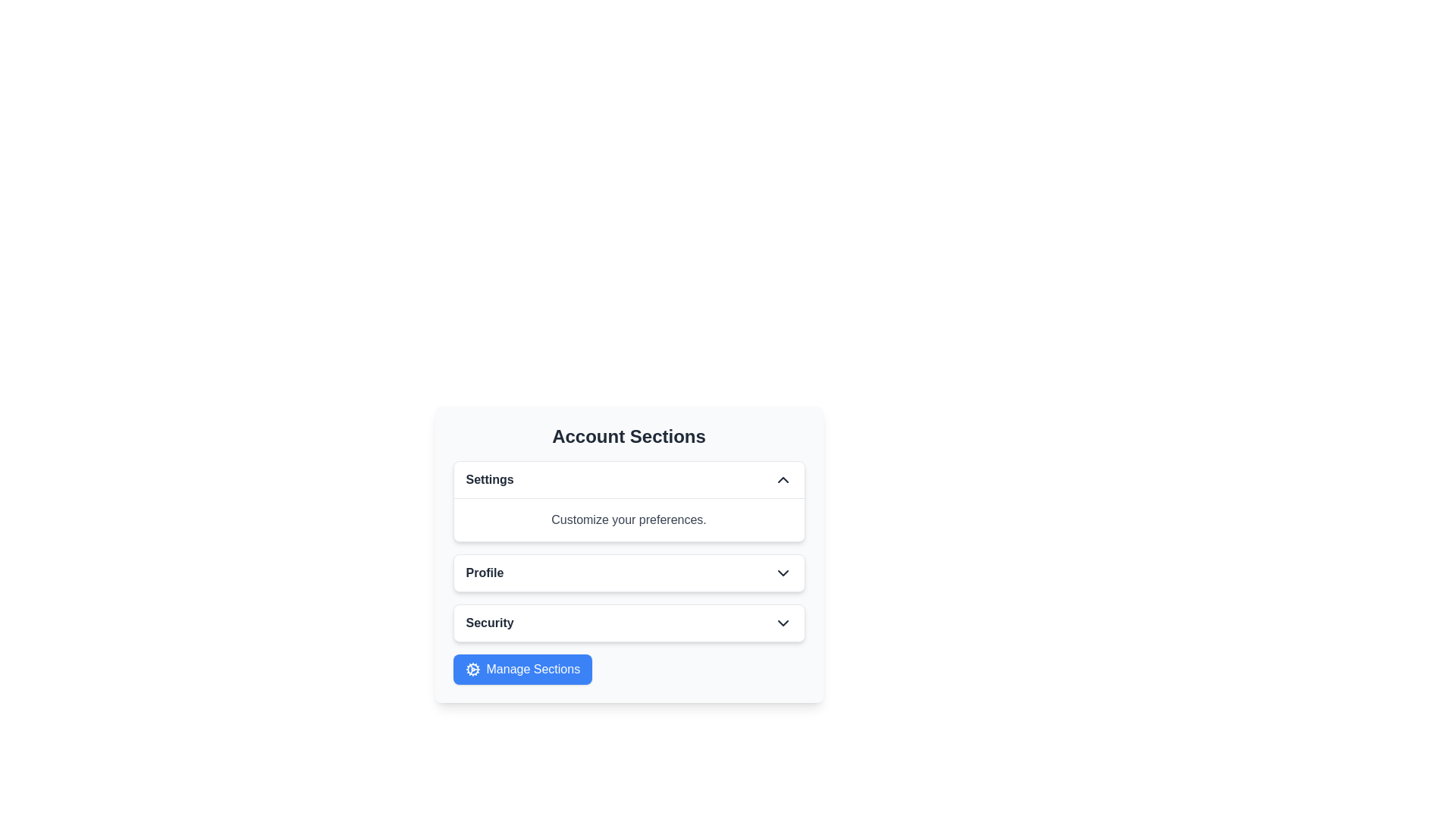 This screenshot has width=1456, height=819. Describe the element at coordinates (490, 623) in the screenshot. I see `the text label indicating the 'Security Settings' section in the 'Account Sections' interface, located to the left of the chevron-down icon` at that location.